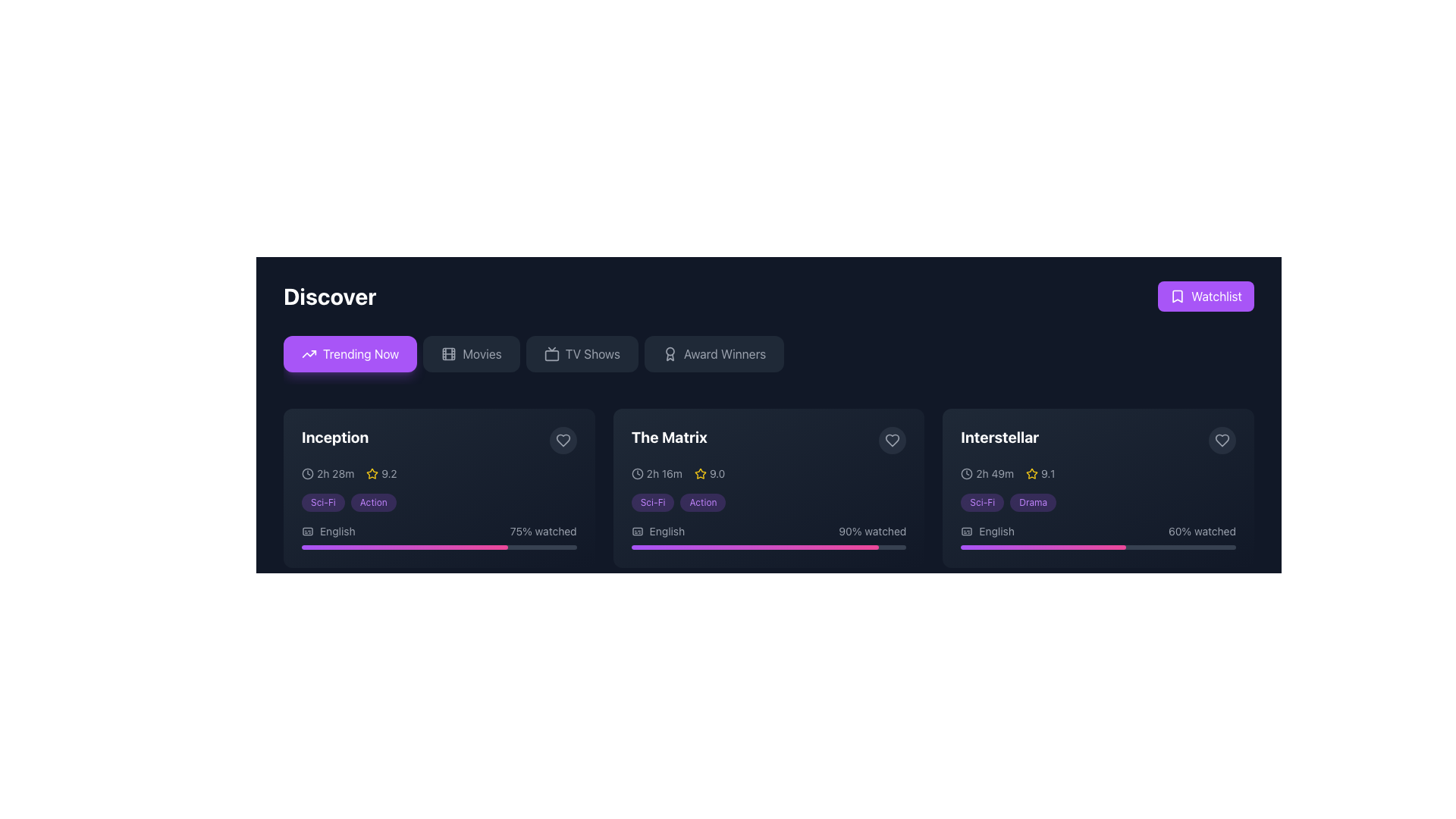 Image resolution: width=1456 pixels, height=819 pixels. I want to click on the SVG circle icon that represents the clock symbol within the movie card for 'The Matrix', so click(637, 472).